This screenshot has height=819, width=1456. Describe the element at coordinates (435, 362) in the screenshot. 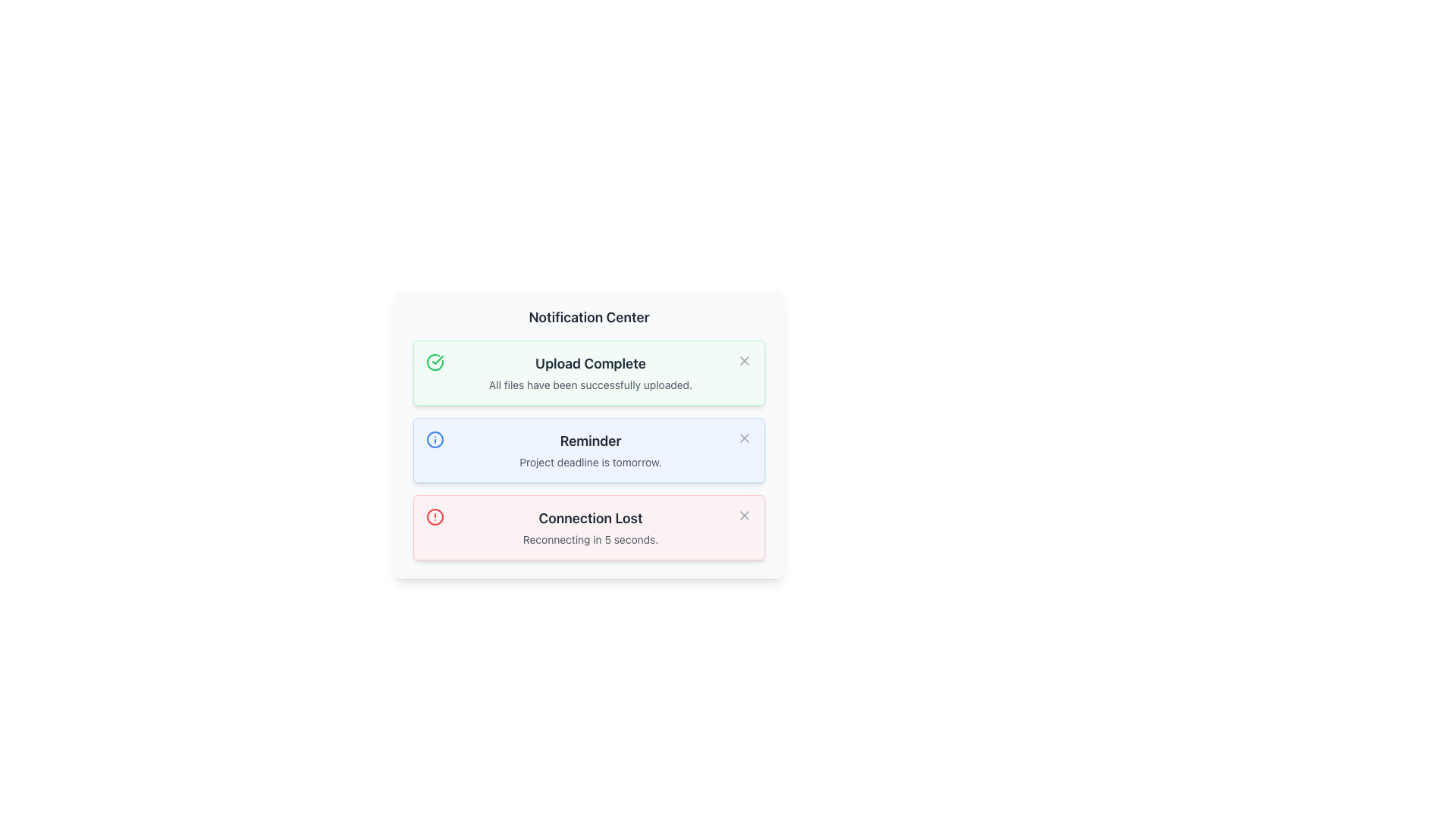

I see `the circular green check mark icon located to the far left of the 'Upload Complete' notification bar` at that location.